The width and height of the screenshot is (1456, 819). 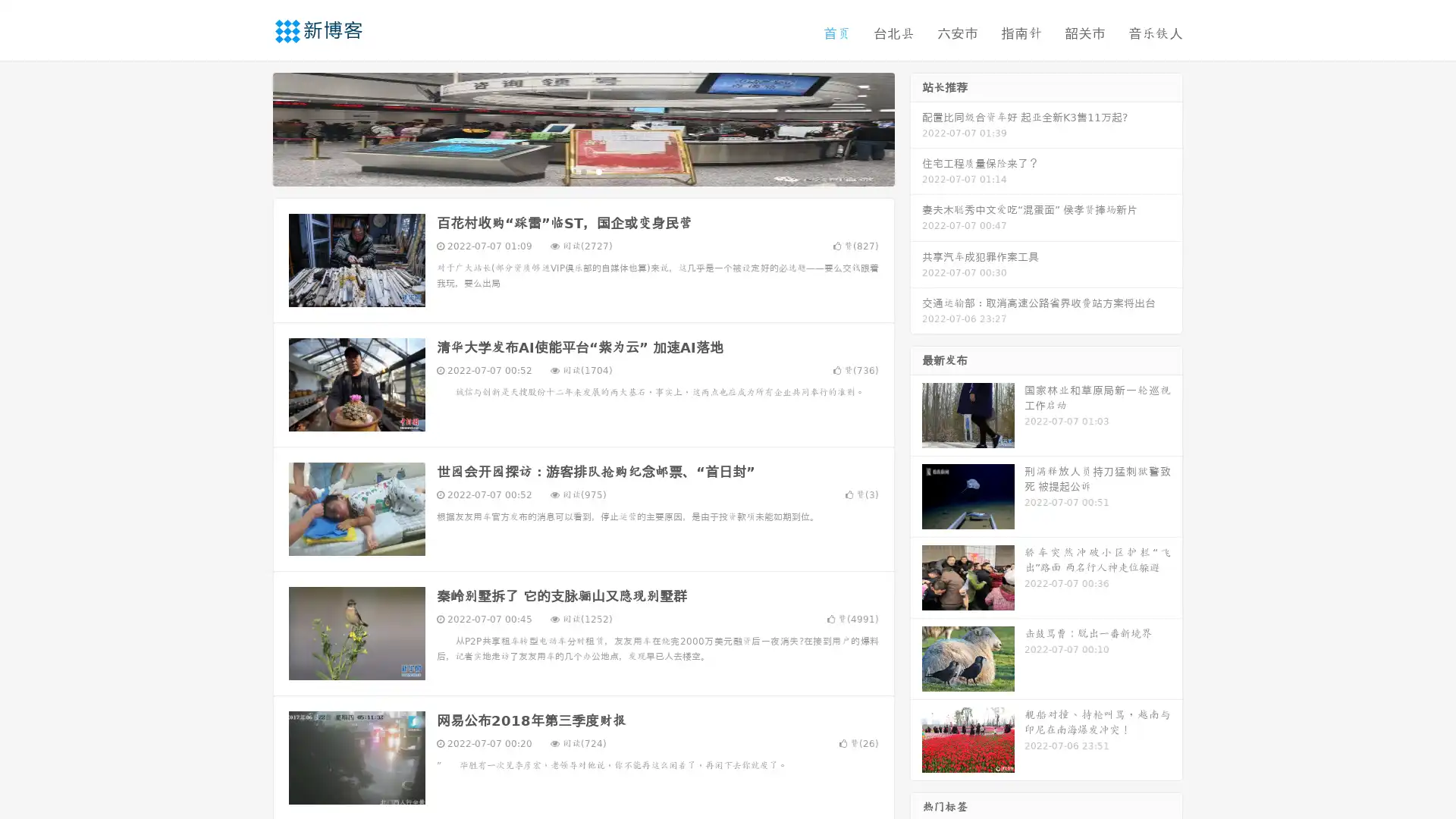 What do you see at coordinates (916, 127) in the screenshot?
I see `Next slide` at bounding box center [916, 127].